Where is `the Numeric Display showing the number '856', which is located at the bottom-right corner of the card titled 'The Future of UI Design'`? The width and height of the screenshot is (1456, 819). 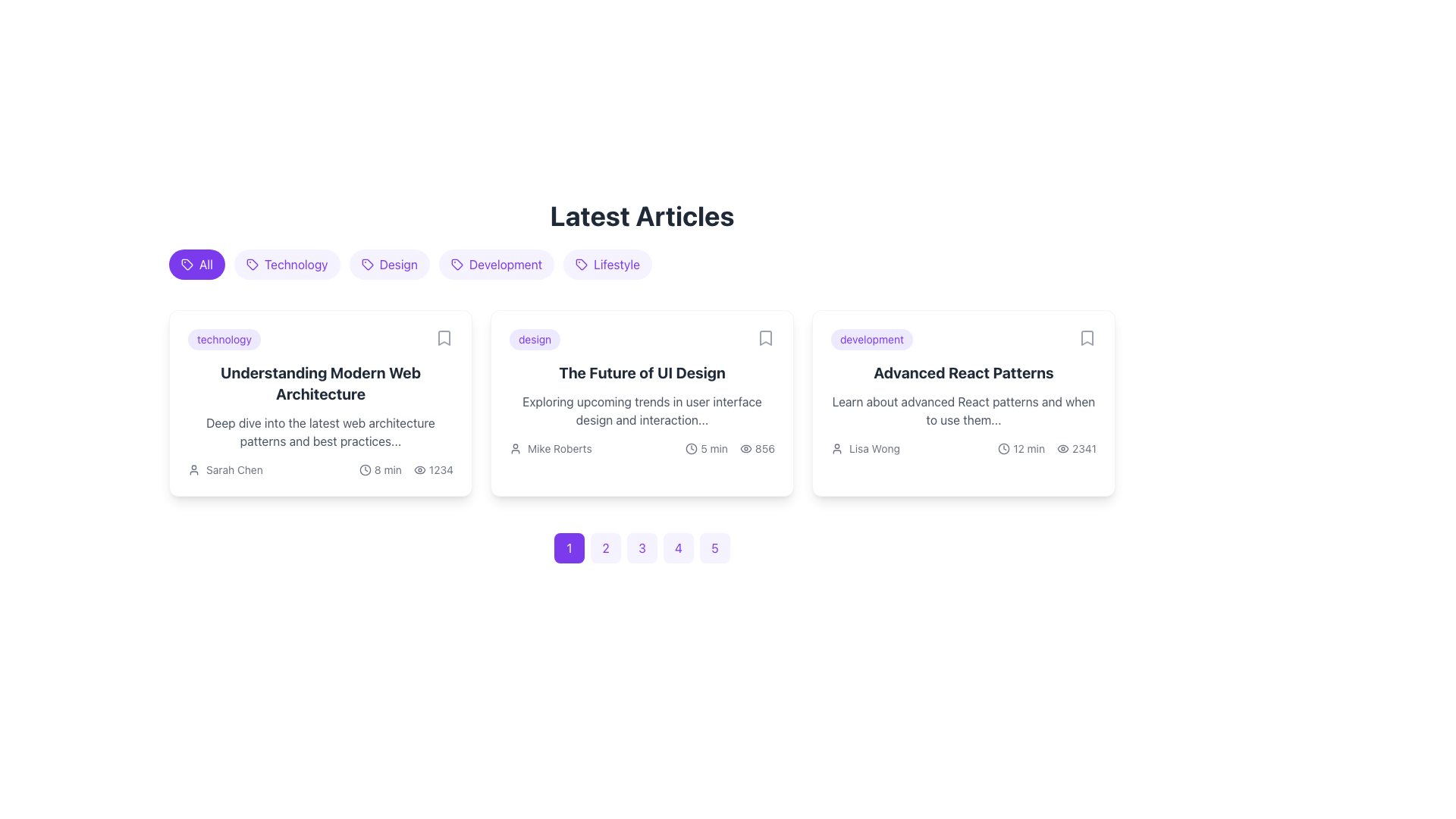
the Numeric Display showing the number '856', which is located at the bottom-right corner of the card titled 'The Future of UI Design' is located at coordinates (764, 447).